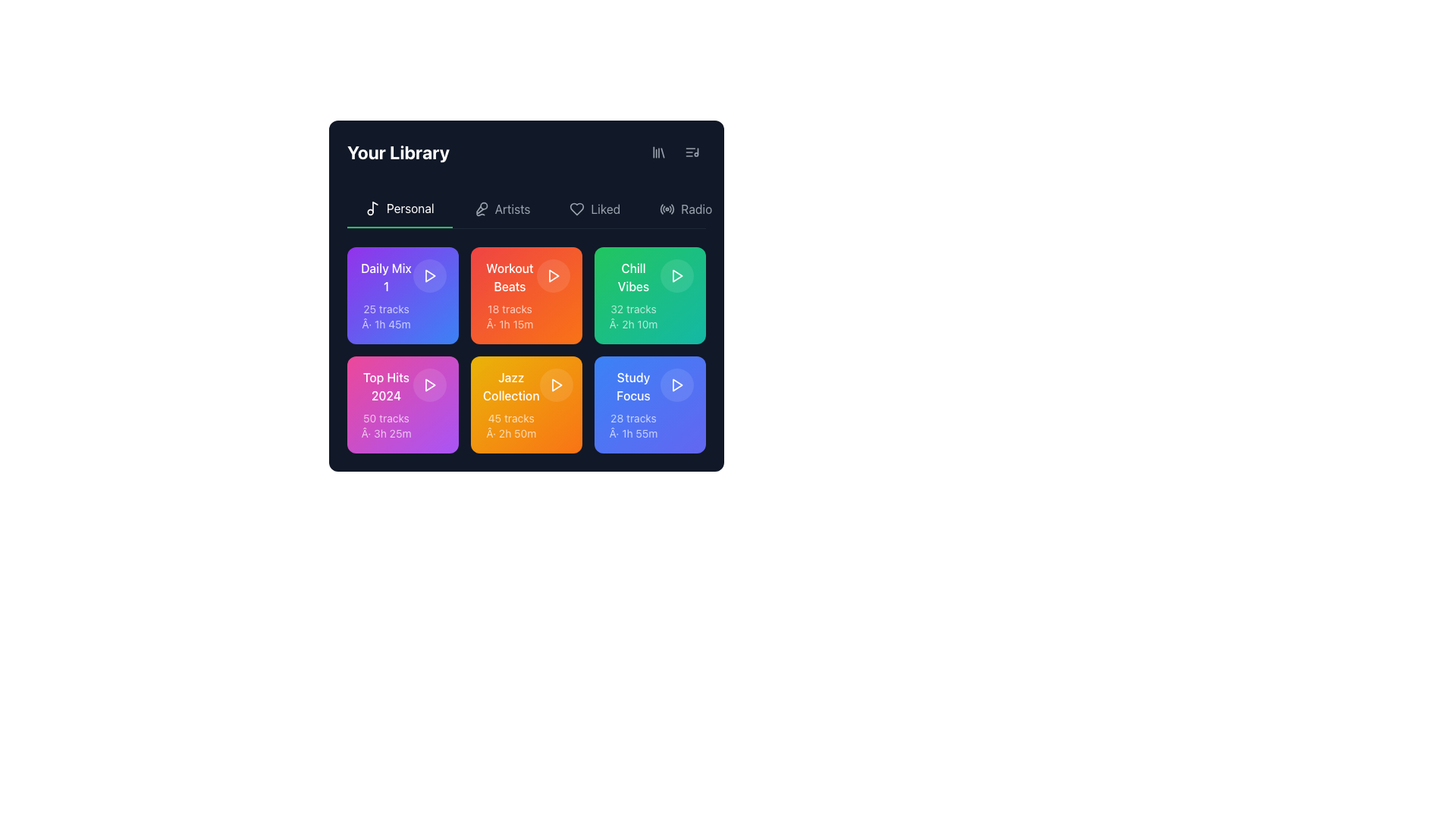 The image size is (1456, 819). I want to click on the decorative icon representing the 'Personal' section in the 'Your Library' navigation bar, located immediately to the left of the 'Personal' label, so click(372, 208).